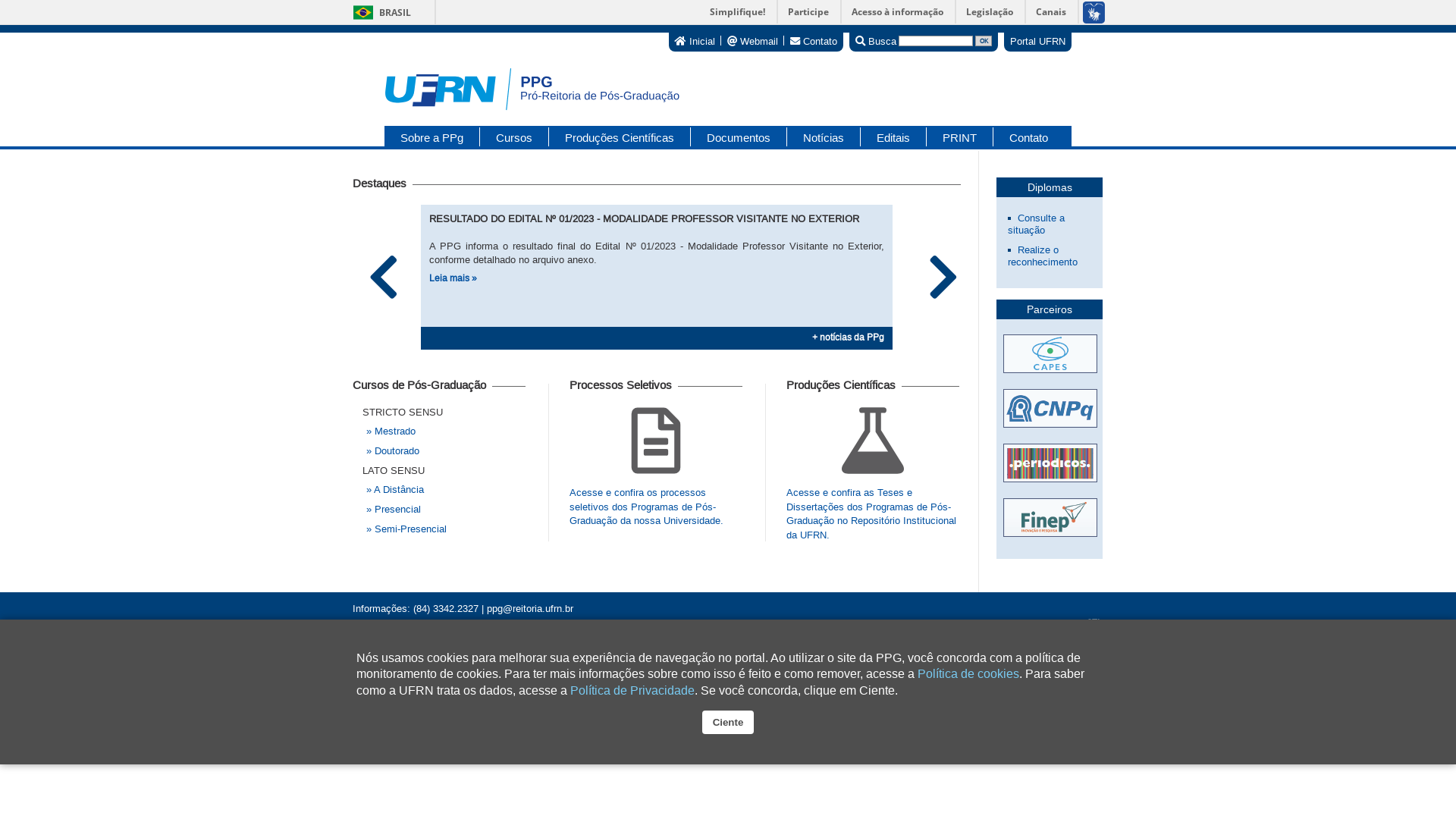 This screenshot has height=819, width=1456. I want to click on 'Documentos', so click(739, 136).